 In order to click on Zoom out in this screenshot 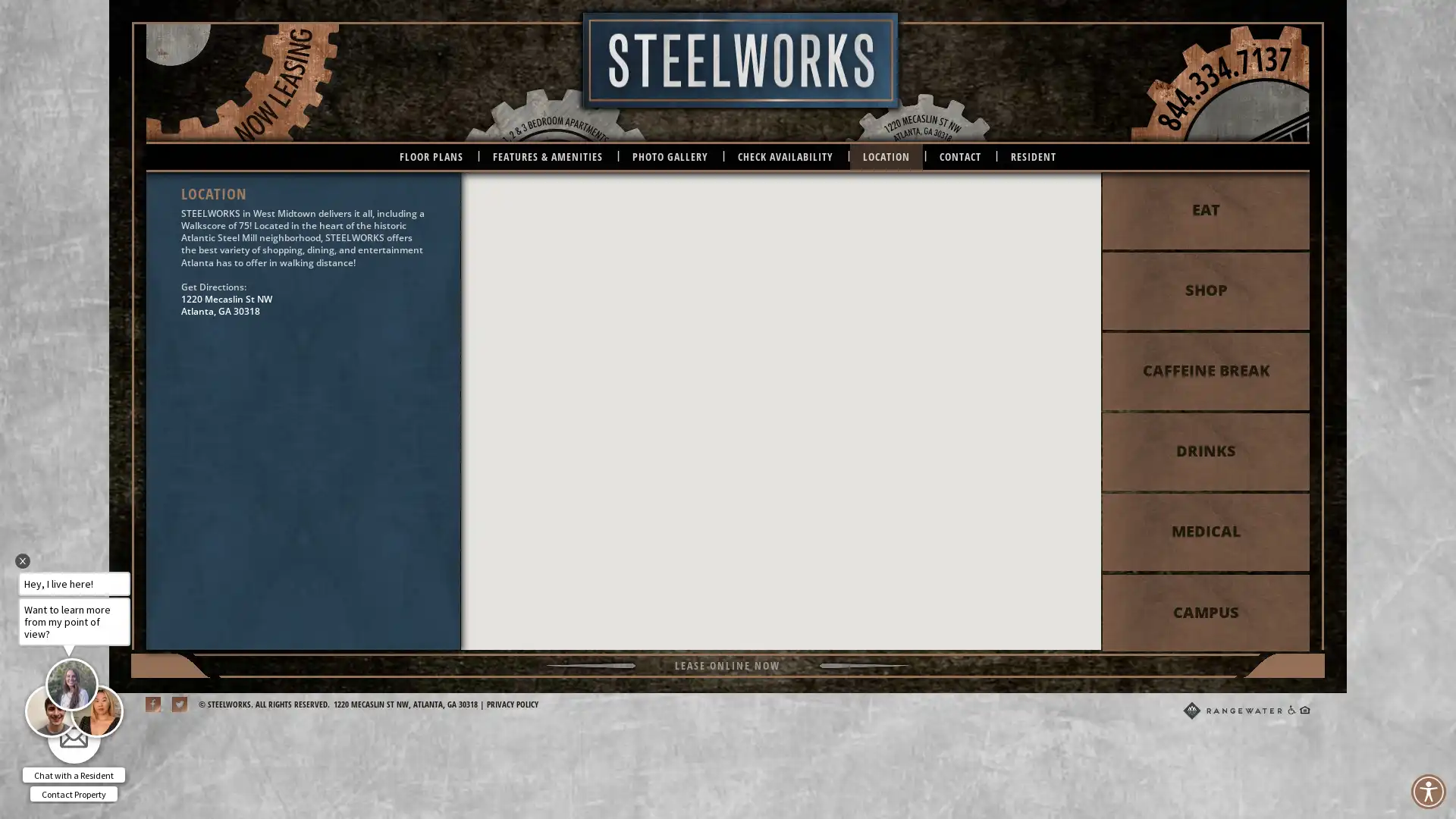, I will do `click(1076, 616)`.